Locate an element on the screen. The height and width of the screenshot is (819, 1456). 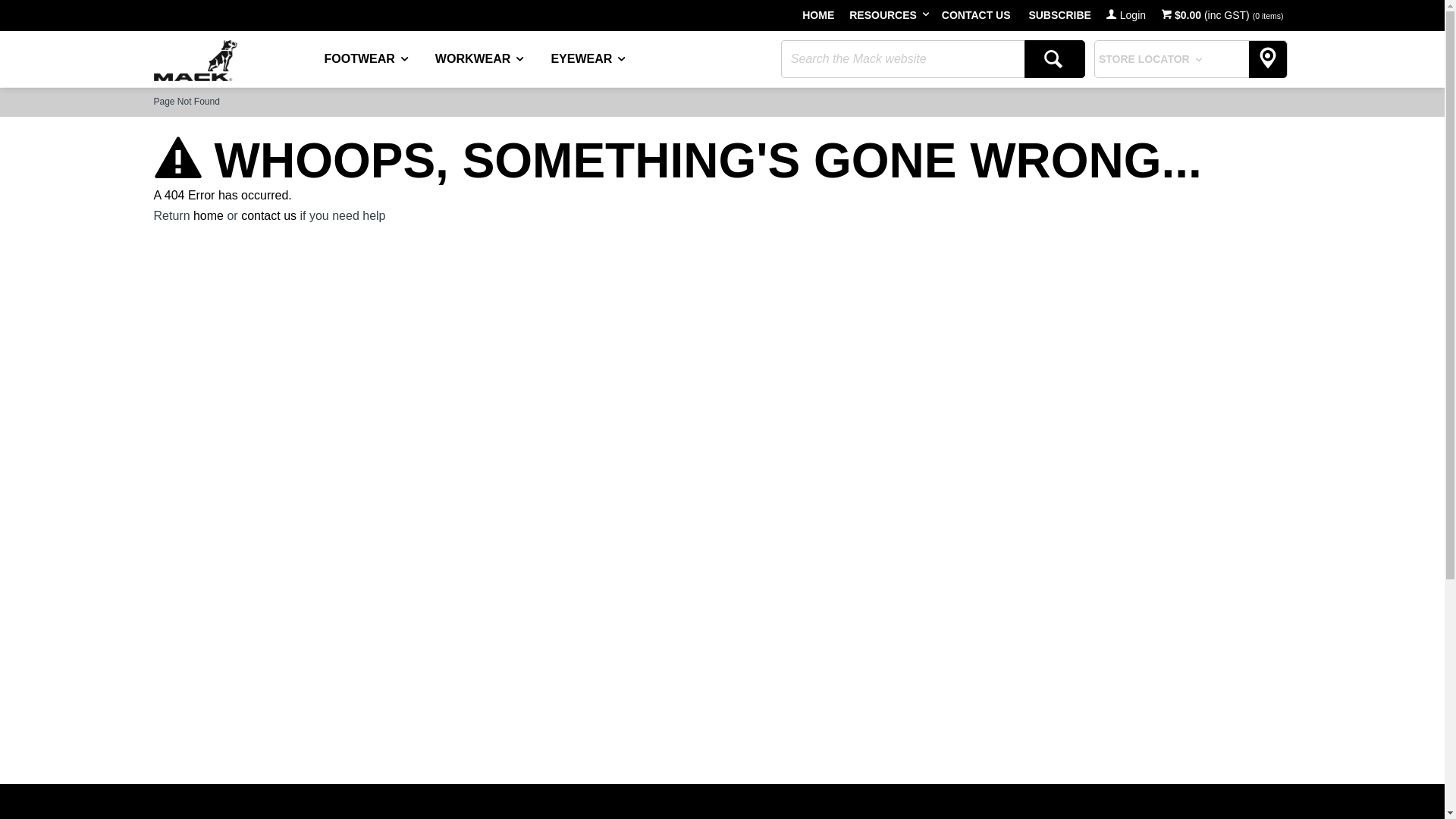
'contact us' is located at coordinates (240, 215).